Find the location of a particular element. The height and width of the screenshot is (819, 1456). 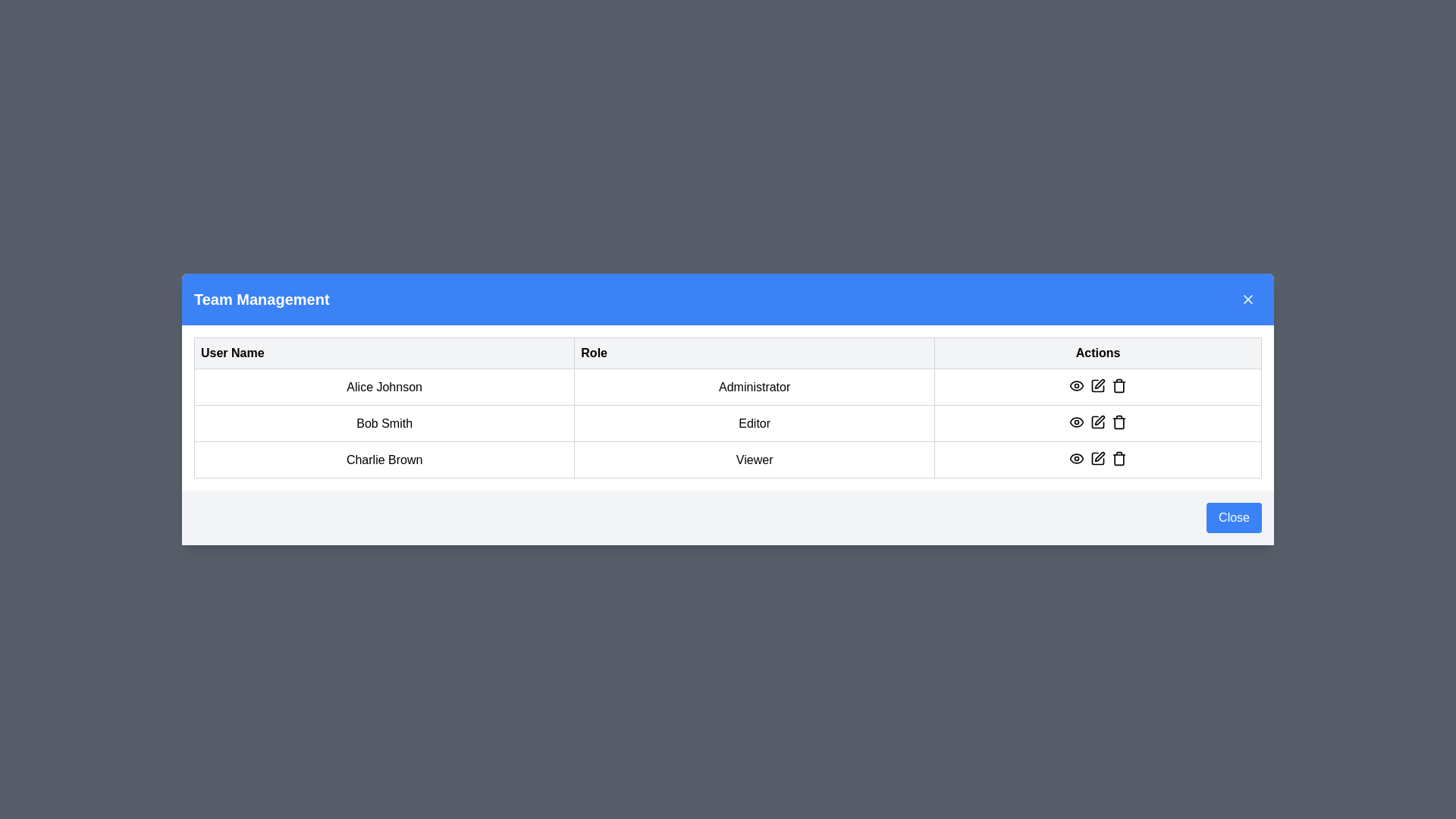

the delete action icon located in the last position of the actions column in the third row of the table corresponding to user 'Charlie Brown' to potentially view a tooltip indicating its function is located at coordinates (1119, 458).